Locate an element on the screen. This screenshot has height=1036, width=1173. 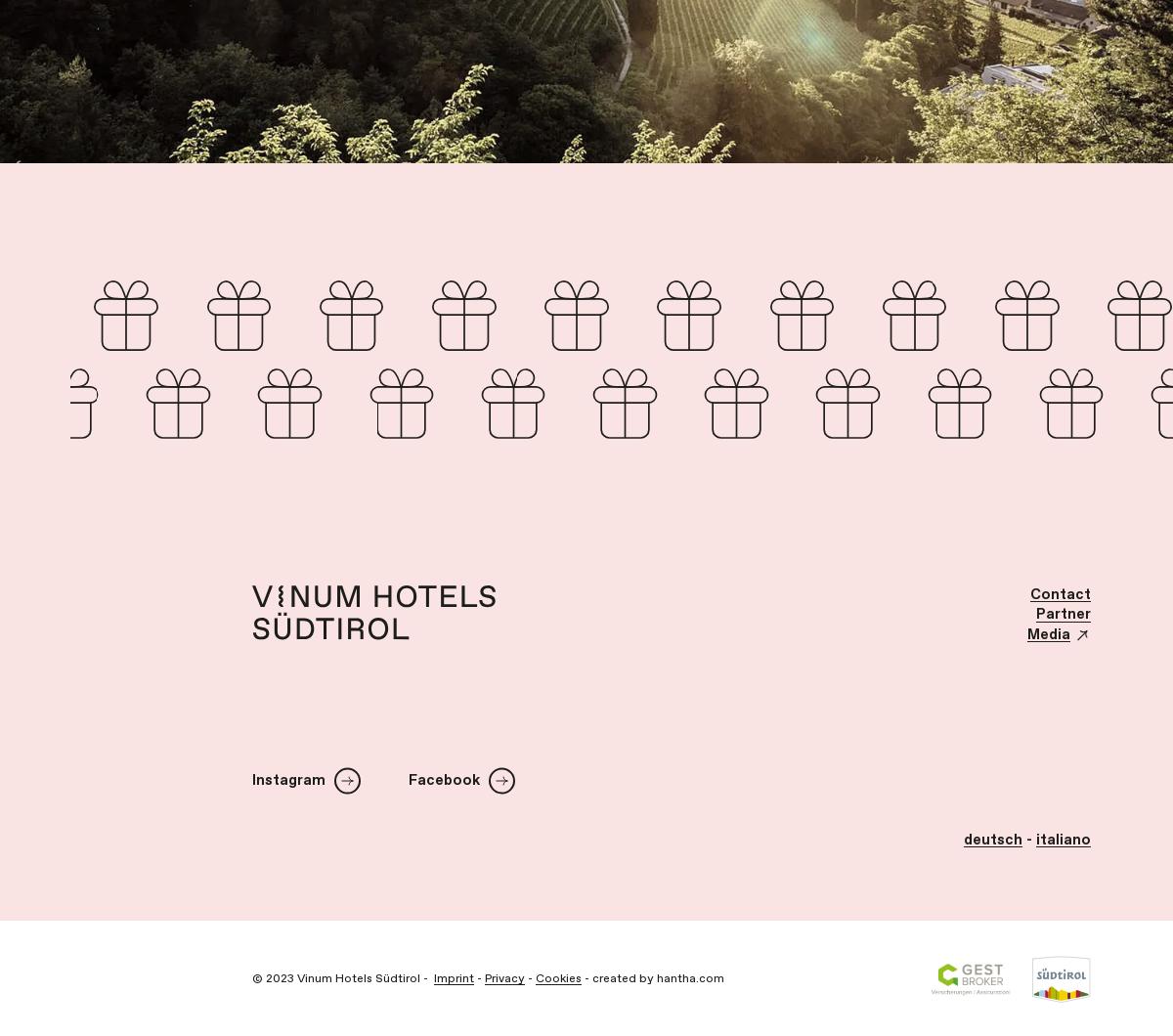
'Cookies' is located at coordinates (535, 976).